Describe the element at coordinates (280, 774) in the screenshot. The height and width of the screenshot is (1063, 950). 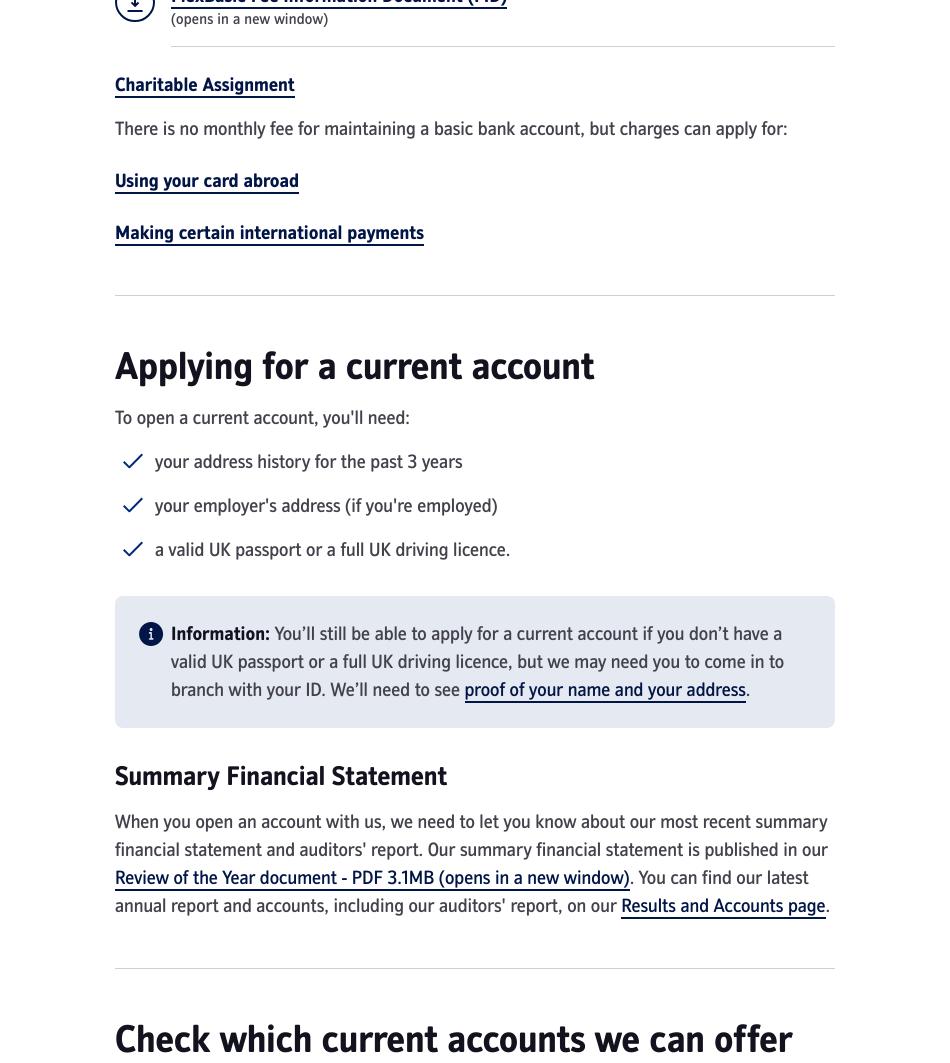
I see `'Summary Financial Statement'` at that location.